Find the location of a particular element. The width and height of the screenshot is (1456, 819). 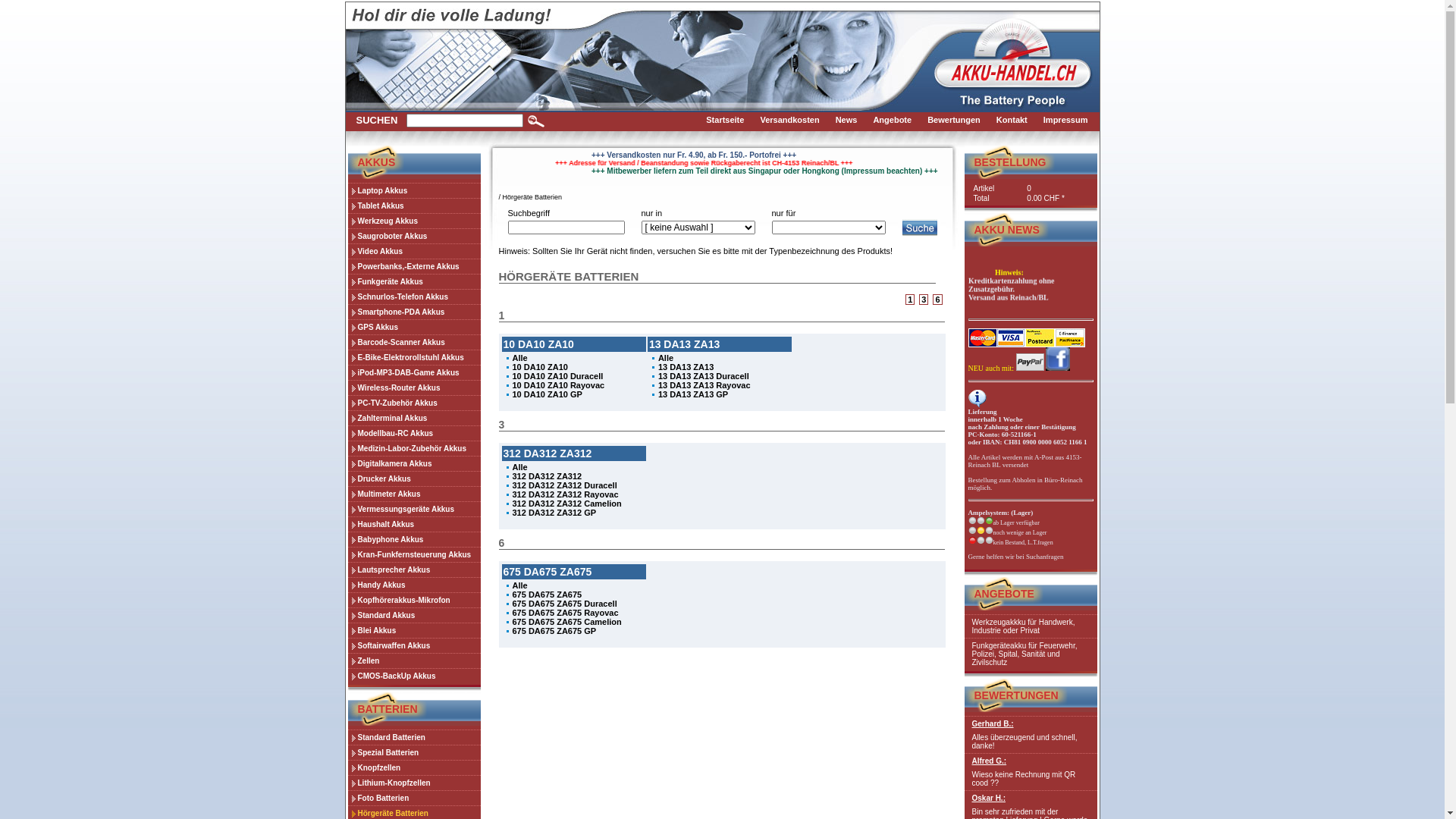

'Smartphone-PDA Akkus' is located at coordinates (413, 311).